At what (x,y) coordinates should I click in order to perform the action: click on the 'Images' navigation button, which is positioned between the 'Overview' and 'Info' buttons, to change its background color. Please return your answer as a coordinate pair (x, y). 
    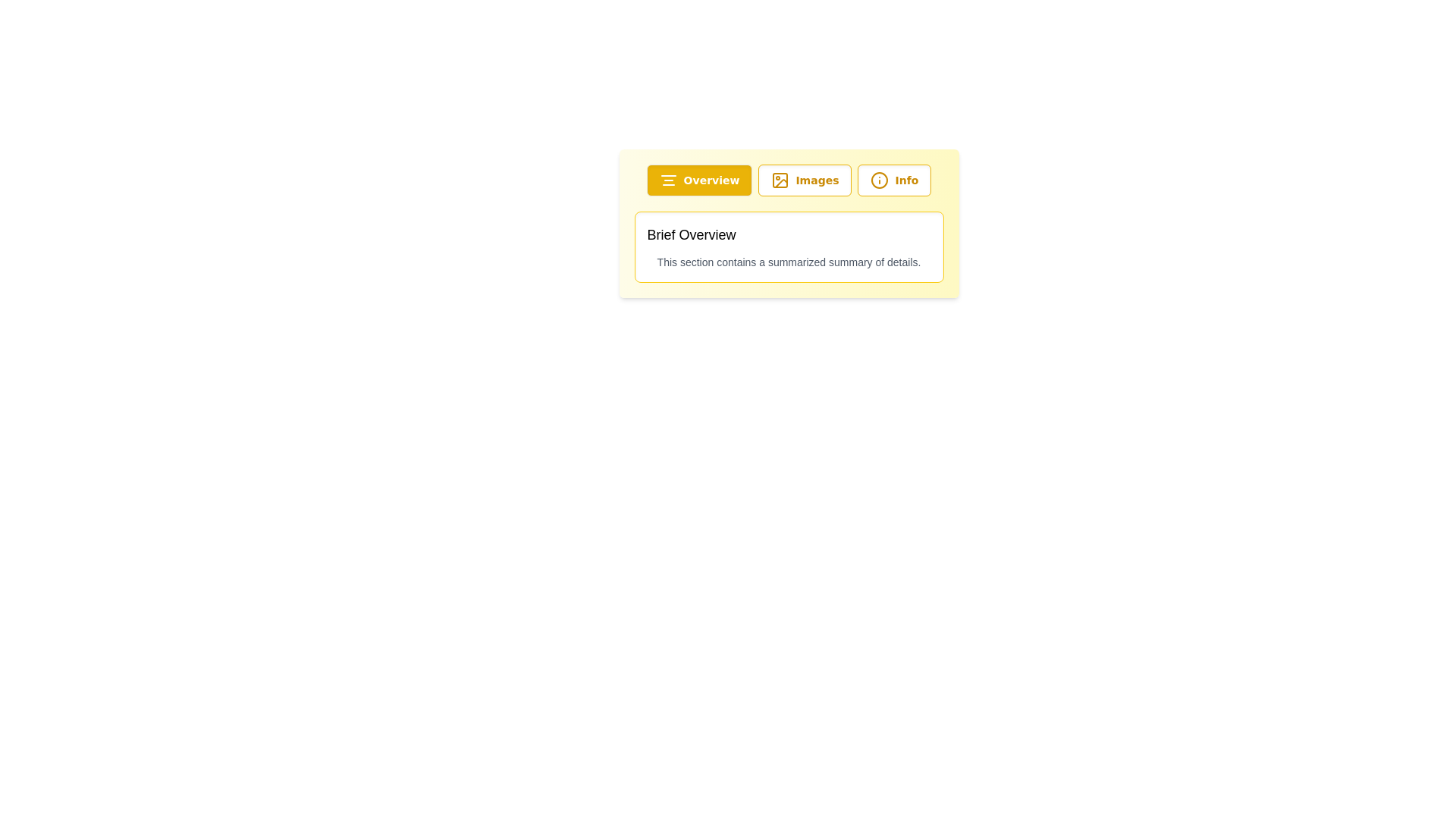
    Looking at the image, I should click on (804, 180).